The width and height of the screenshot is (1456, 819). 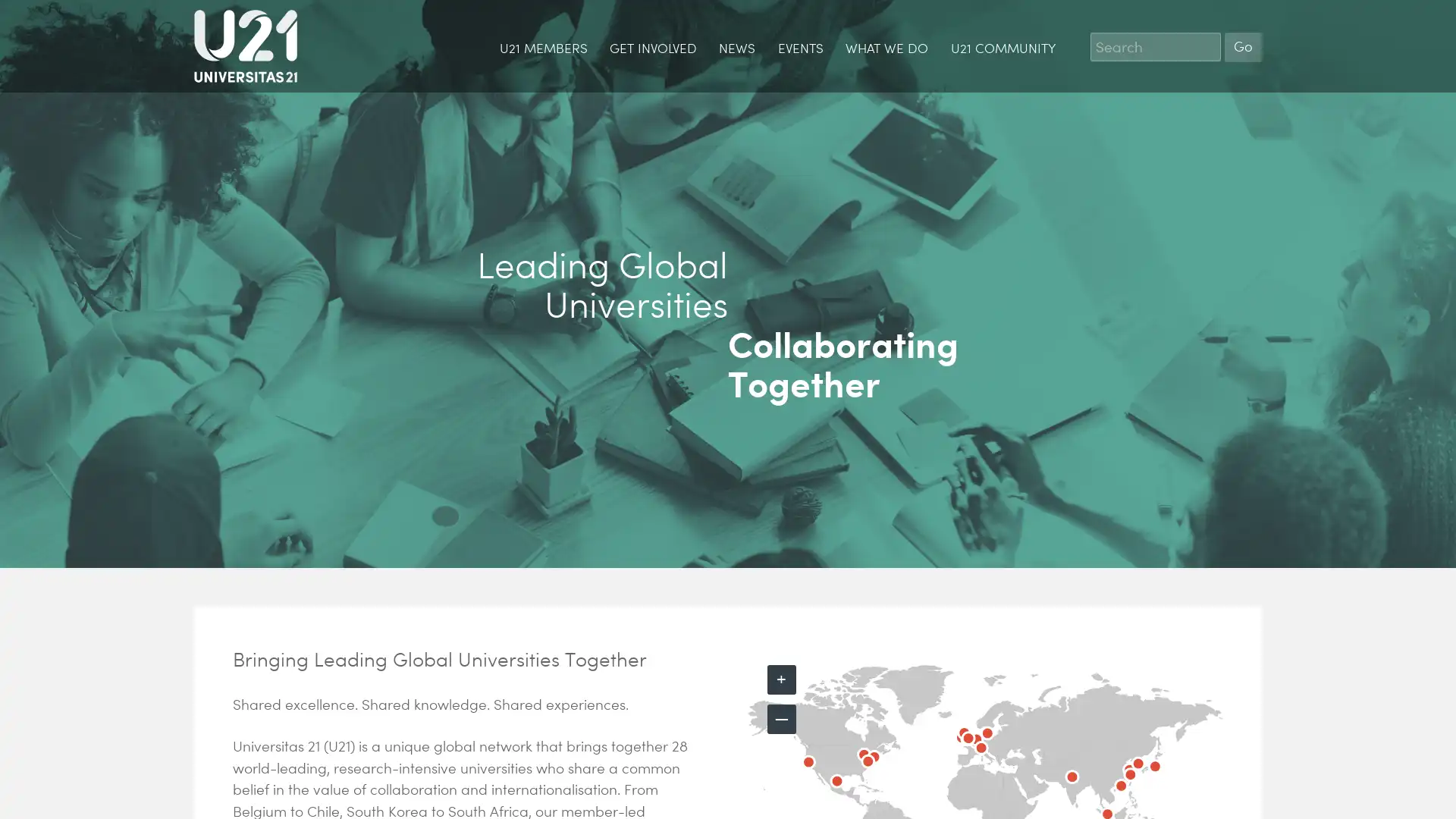 I want to click on Go, so click(x=1243, y=45).